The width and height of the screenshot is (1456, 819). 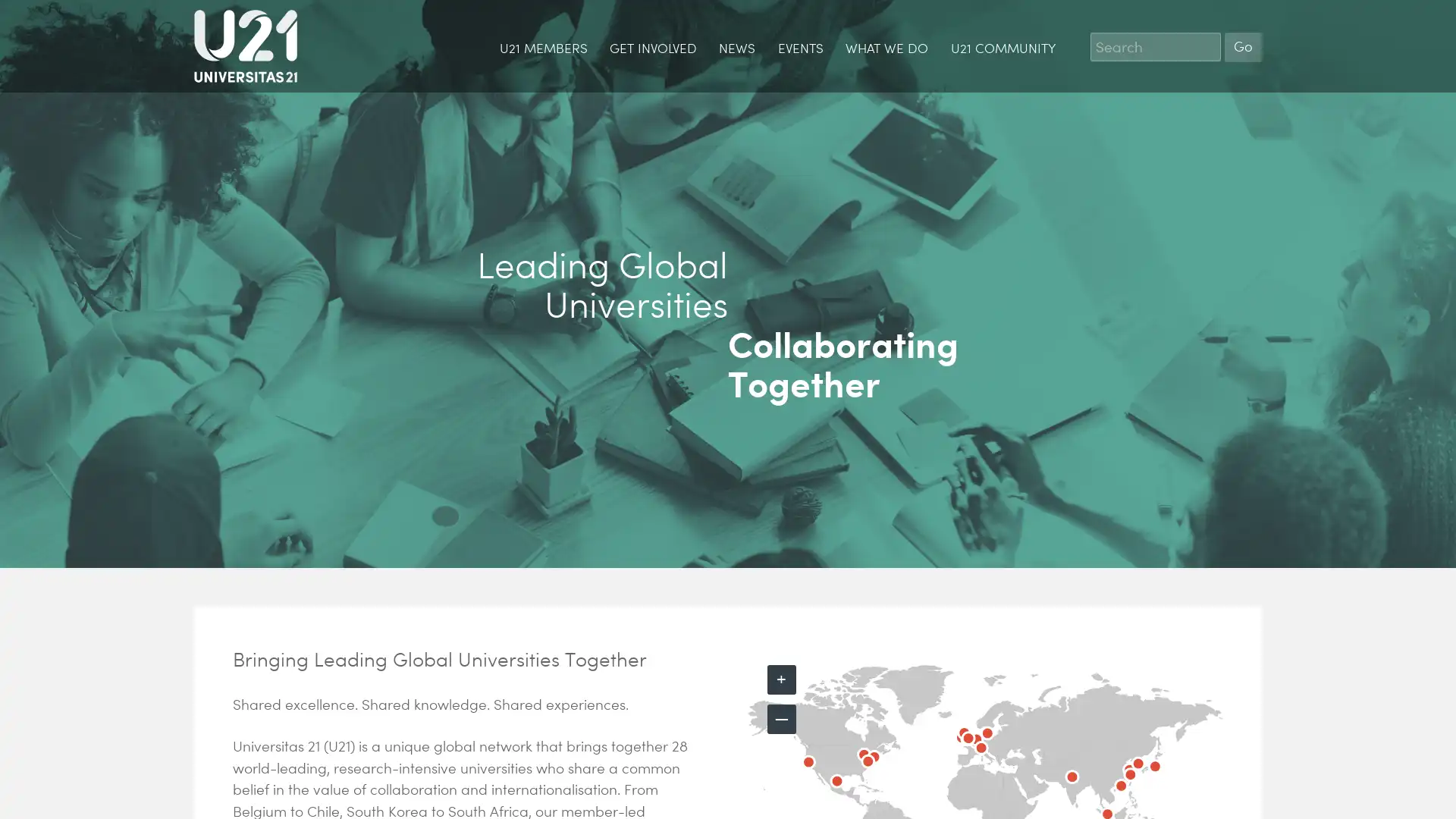 I want to click on Go, so click(x=1243, y=45).